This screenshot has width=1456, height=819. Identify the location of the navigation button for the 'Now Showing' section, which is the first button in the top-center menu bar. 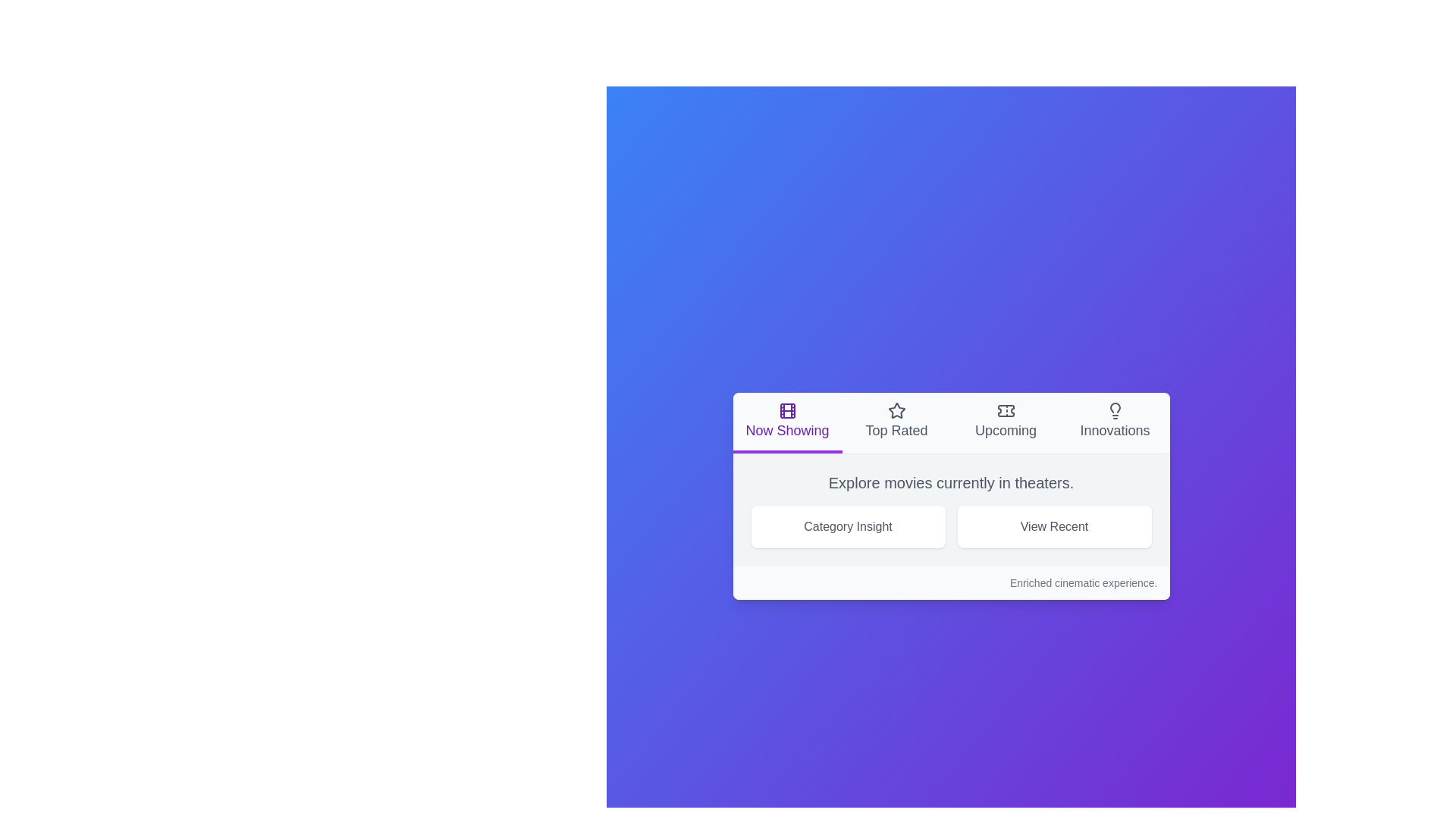
(787, 422).